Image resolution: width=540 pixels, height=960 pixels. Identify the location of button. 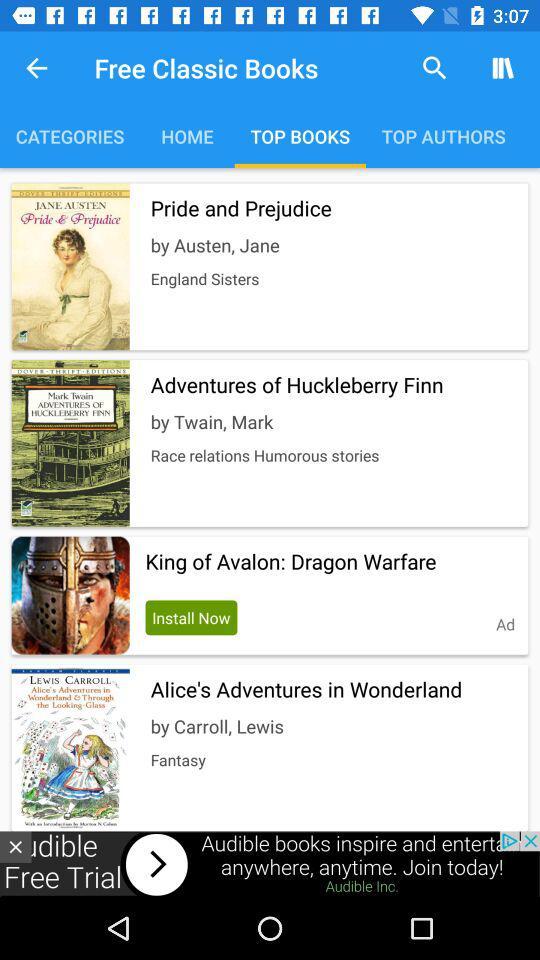
(14, 846).